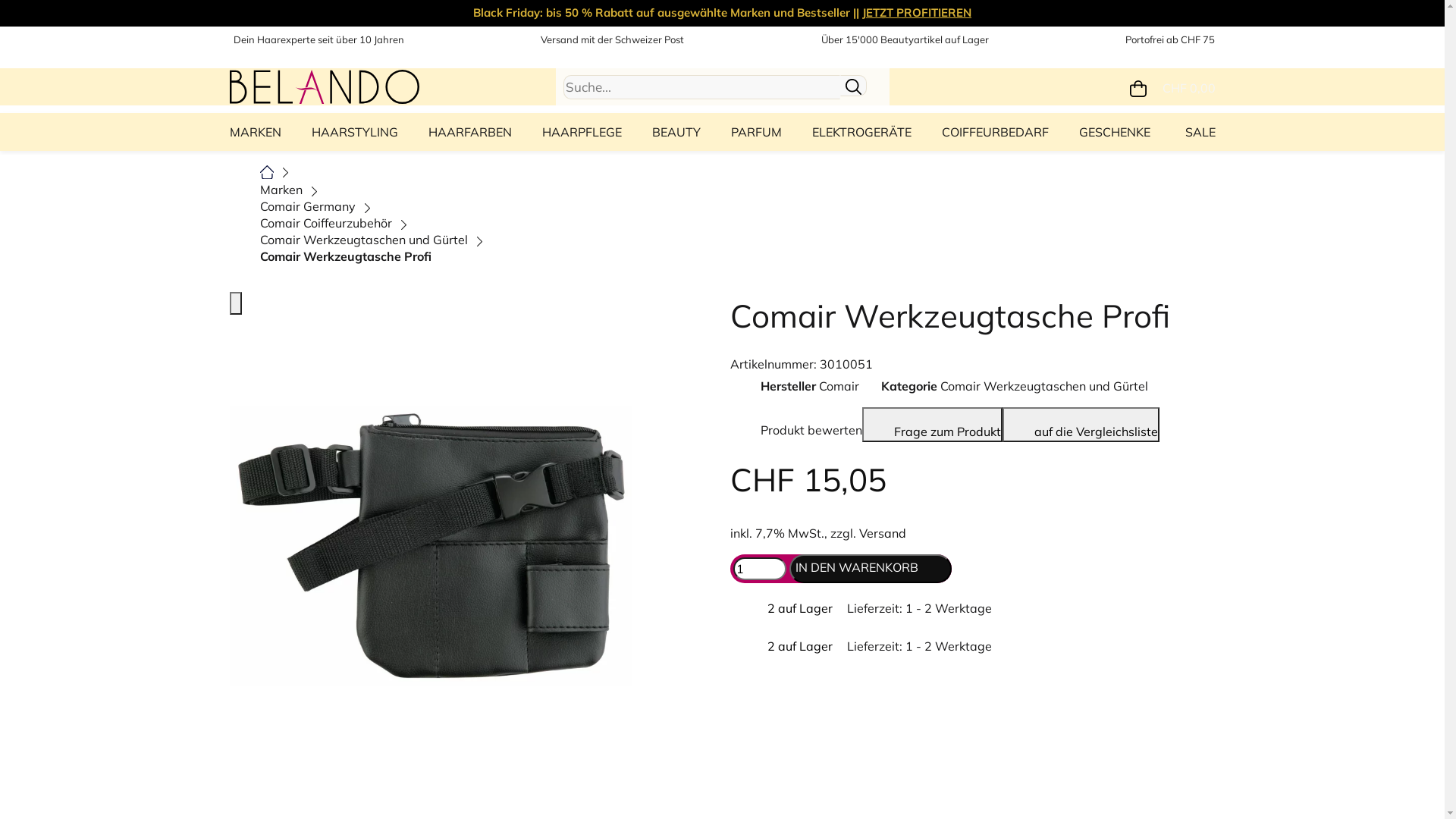  I want to click on 'HAARSTYLING', so click(353, 130).